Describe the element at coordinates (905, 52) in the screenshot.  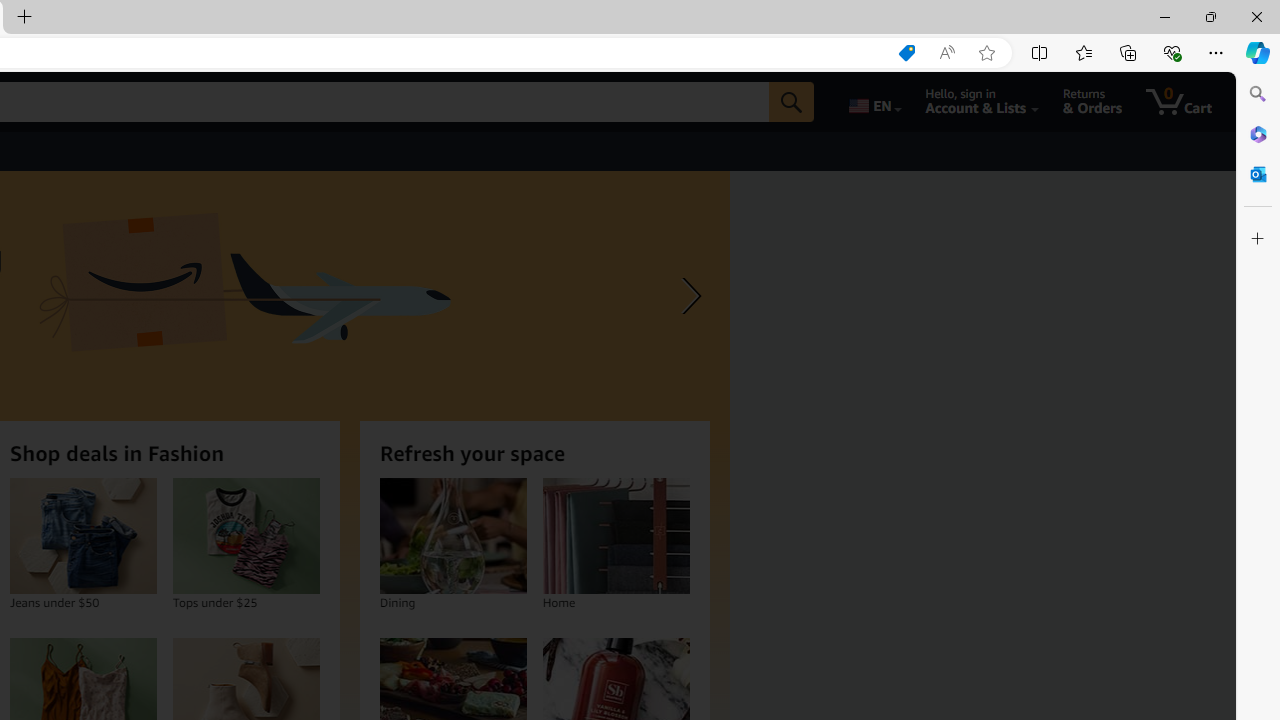
I see `'Shopping in Microsoft Edge'` at that location.